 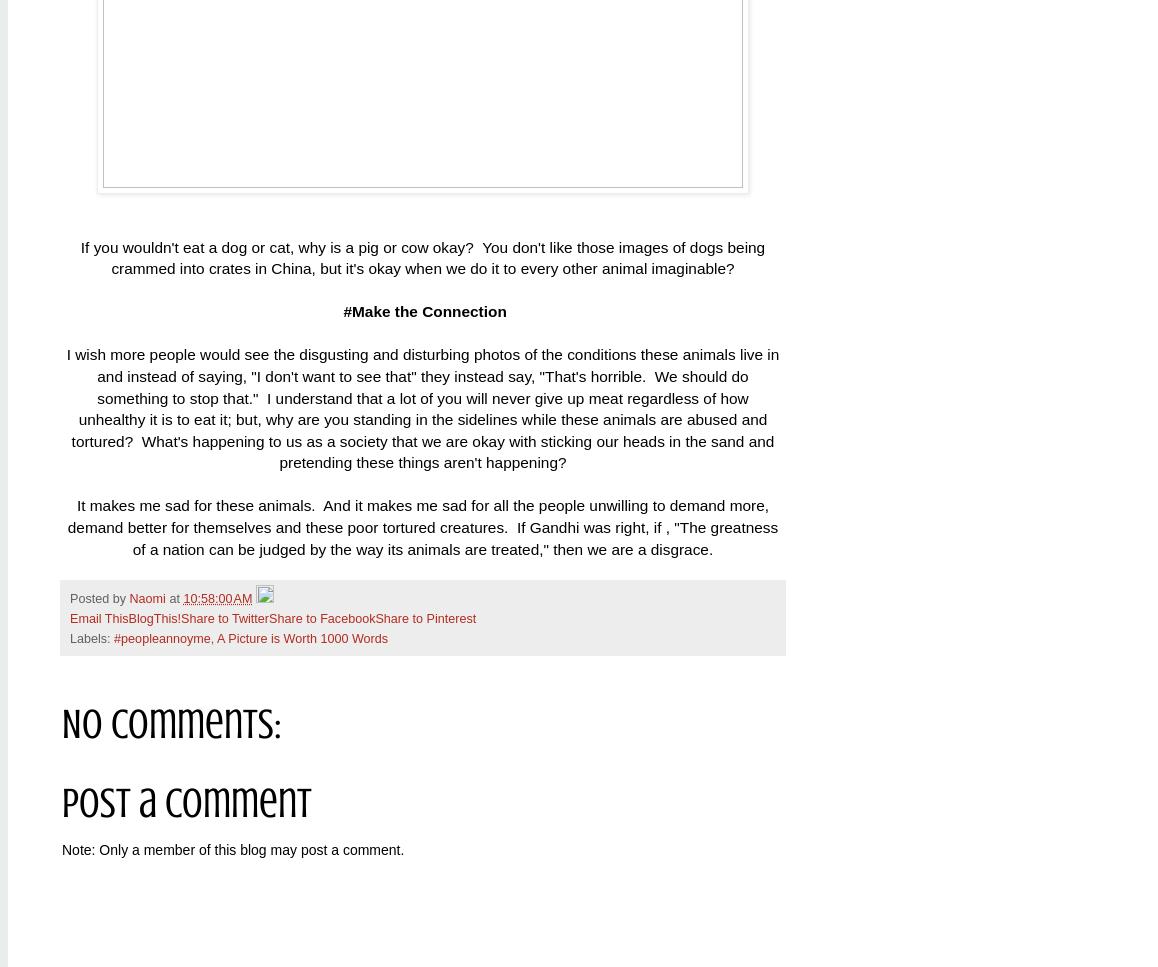 I want to click on 'Posted by', so click(x=99, y=598).